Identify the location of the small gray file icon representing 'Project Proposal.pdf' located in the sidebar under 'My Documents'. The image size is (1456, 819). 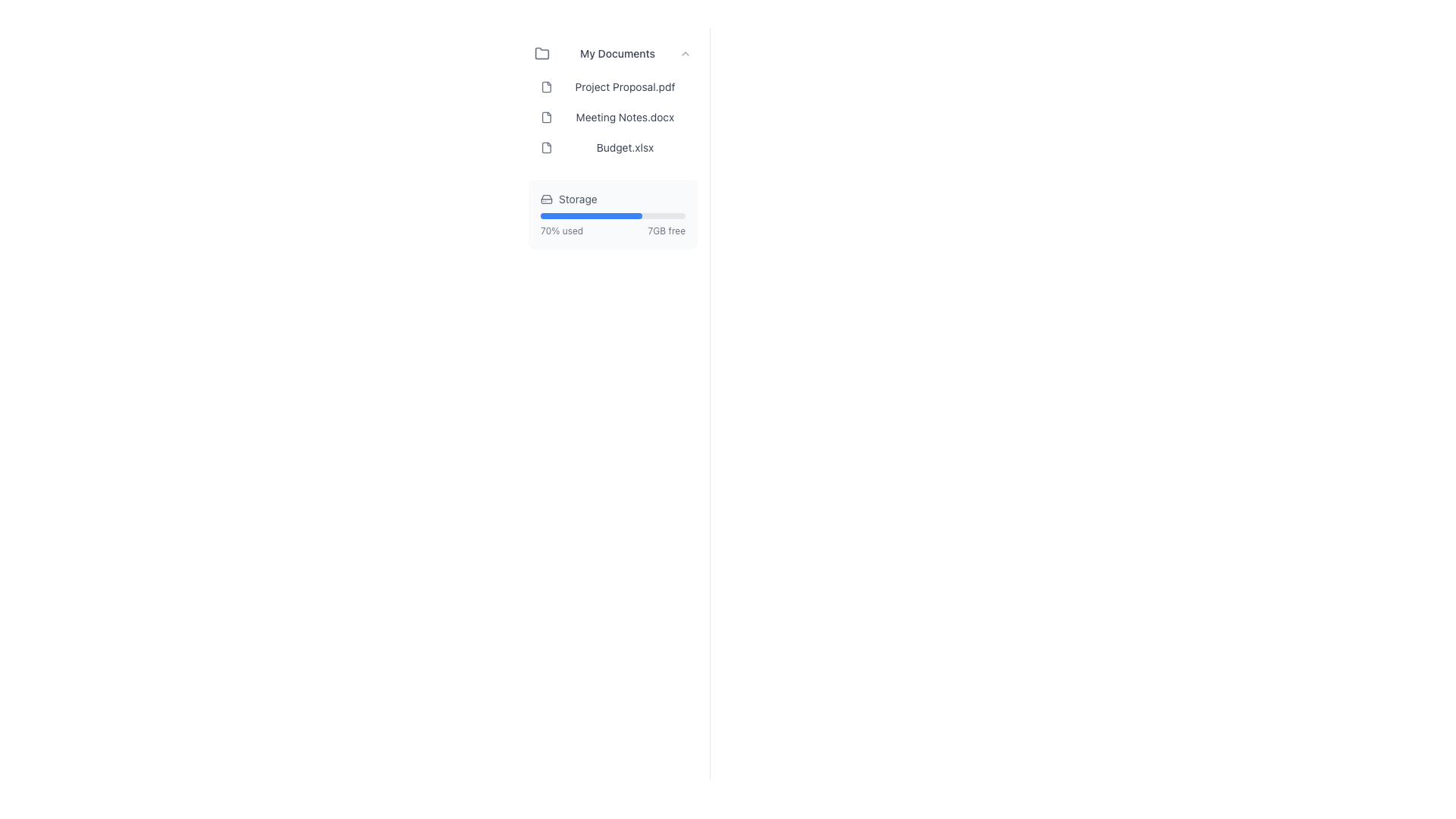
(546, 87).